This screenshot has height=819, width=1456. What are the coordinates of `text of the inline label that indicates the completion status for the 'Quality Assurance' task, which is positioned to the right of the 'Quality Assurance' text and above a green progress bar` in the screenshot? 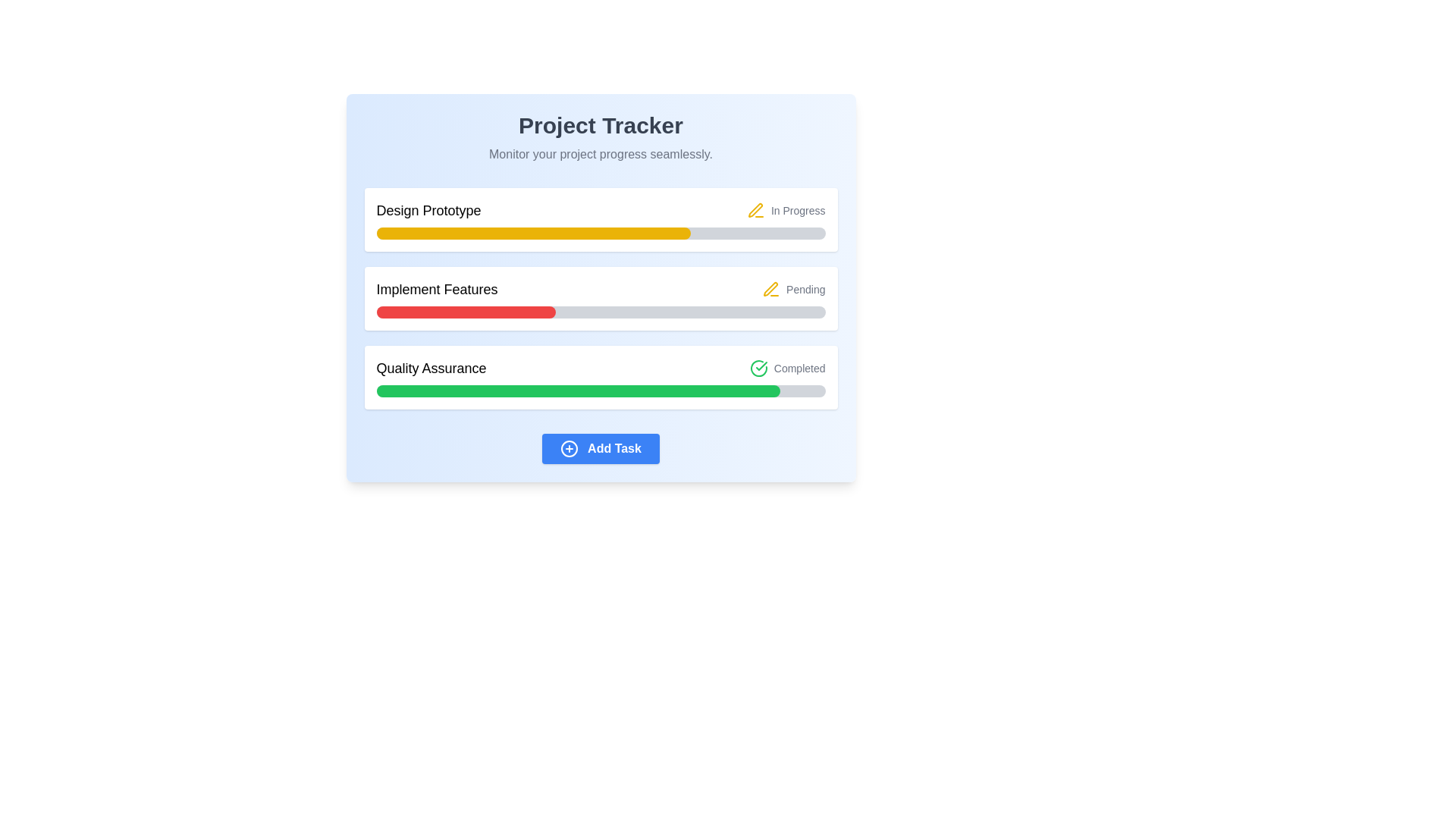 It's located at (787, 369).